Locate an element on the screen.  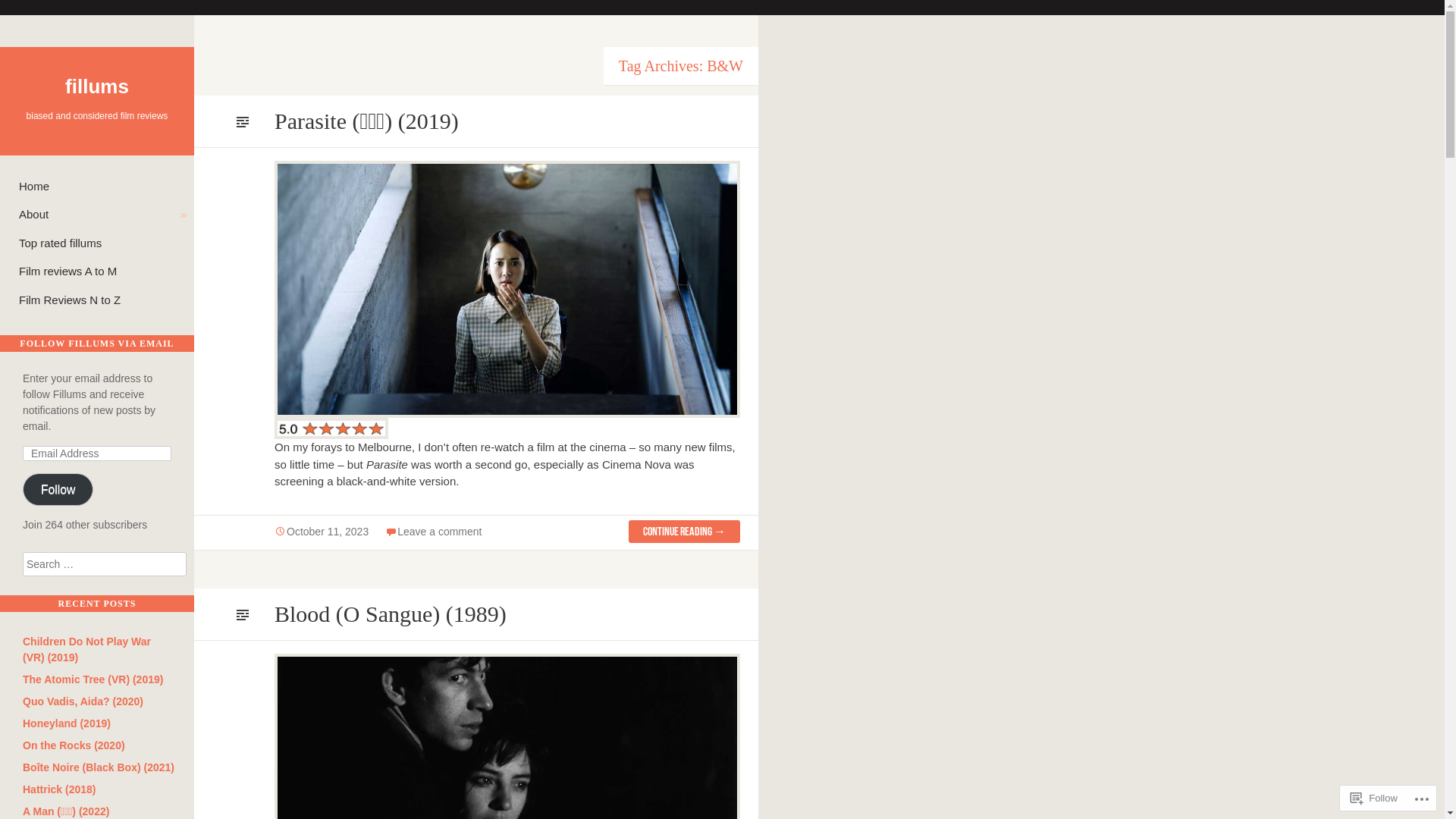
'Quo Vadis, Aida? (2020)' is located at coordinates (82, 701).